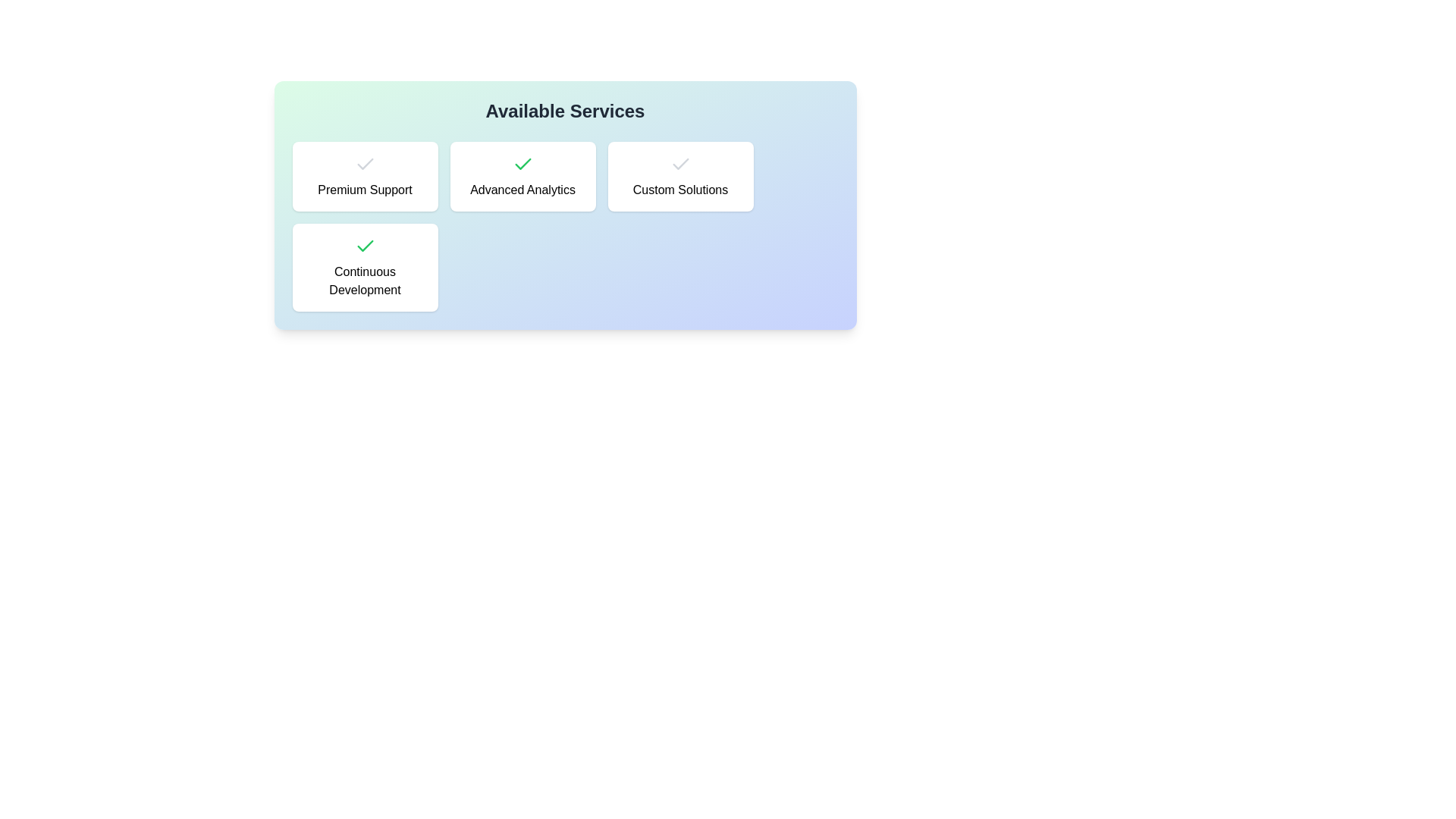 The height and width of the screenshot is (819, 1456). I want to click on the green checkmark-shaped SVG icon that symbolizes confirmation, located to the left of the 'Continuous Development' text in the button-like component of the grid below 'Available Services', so click(365, 245).